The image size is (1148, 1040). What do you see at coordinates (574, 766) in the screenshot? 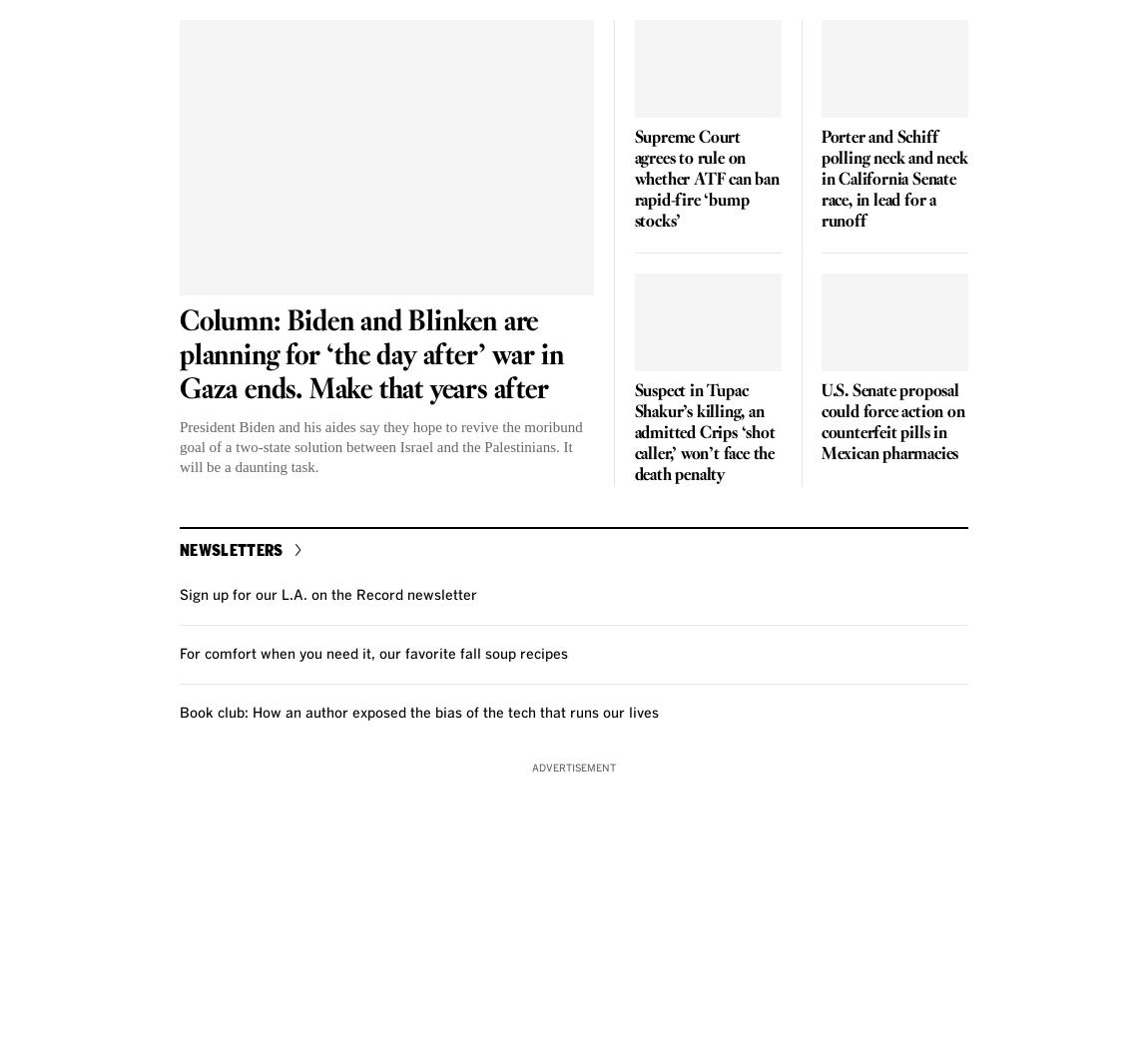
I see `'Advertisement'` at bounding box center [574, 766].